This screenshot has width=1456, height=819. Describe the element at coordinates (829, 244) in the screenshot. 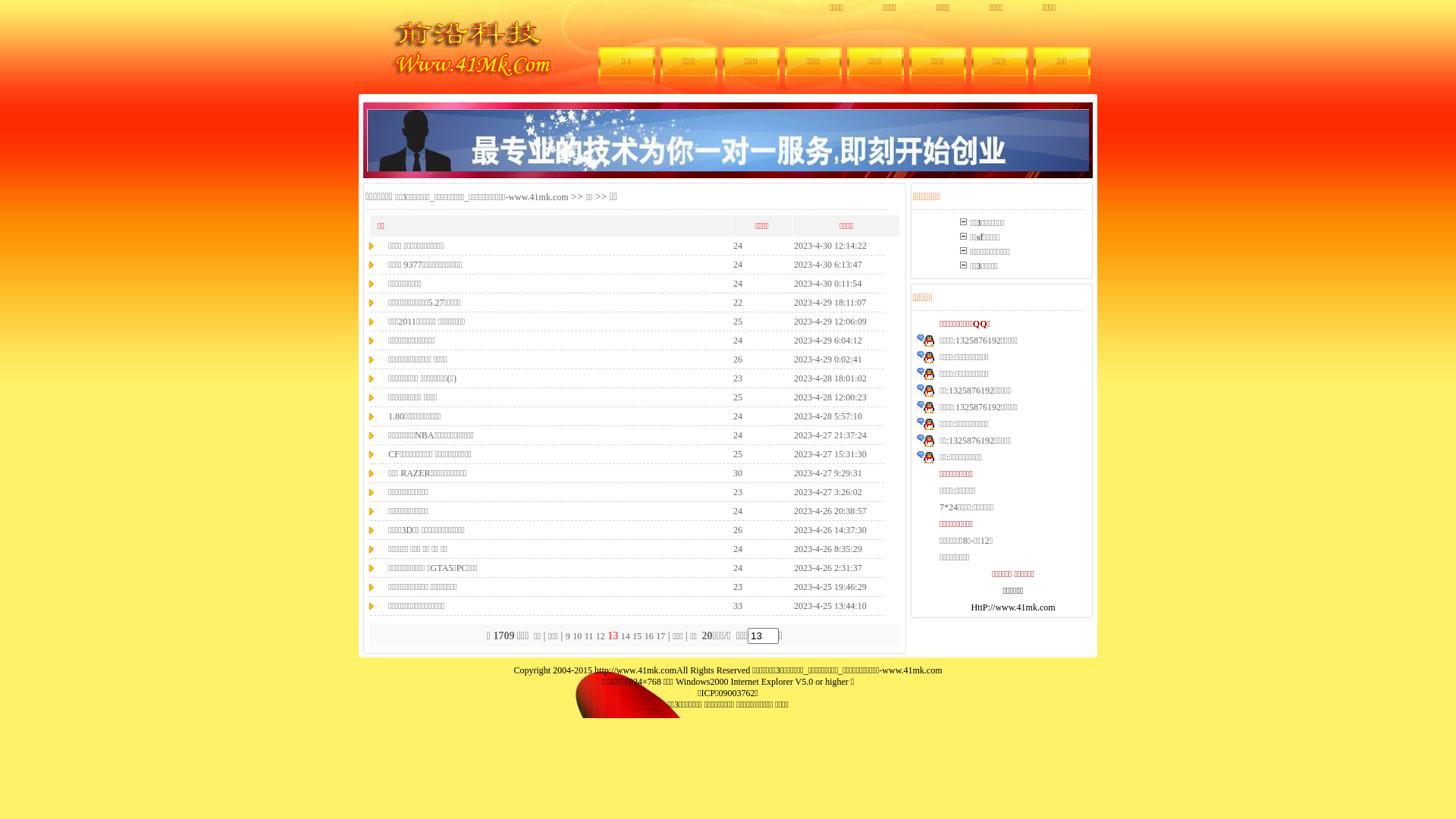

I see `'2023-4-30 12:14:22'` at that location.